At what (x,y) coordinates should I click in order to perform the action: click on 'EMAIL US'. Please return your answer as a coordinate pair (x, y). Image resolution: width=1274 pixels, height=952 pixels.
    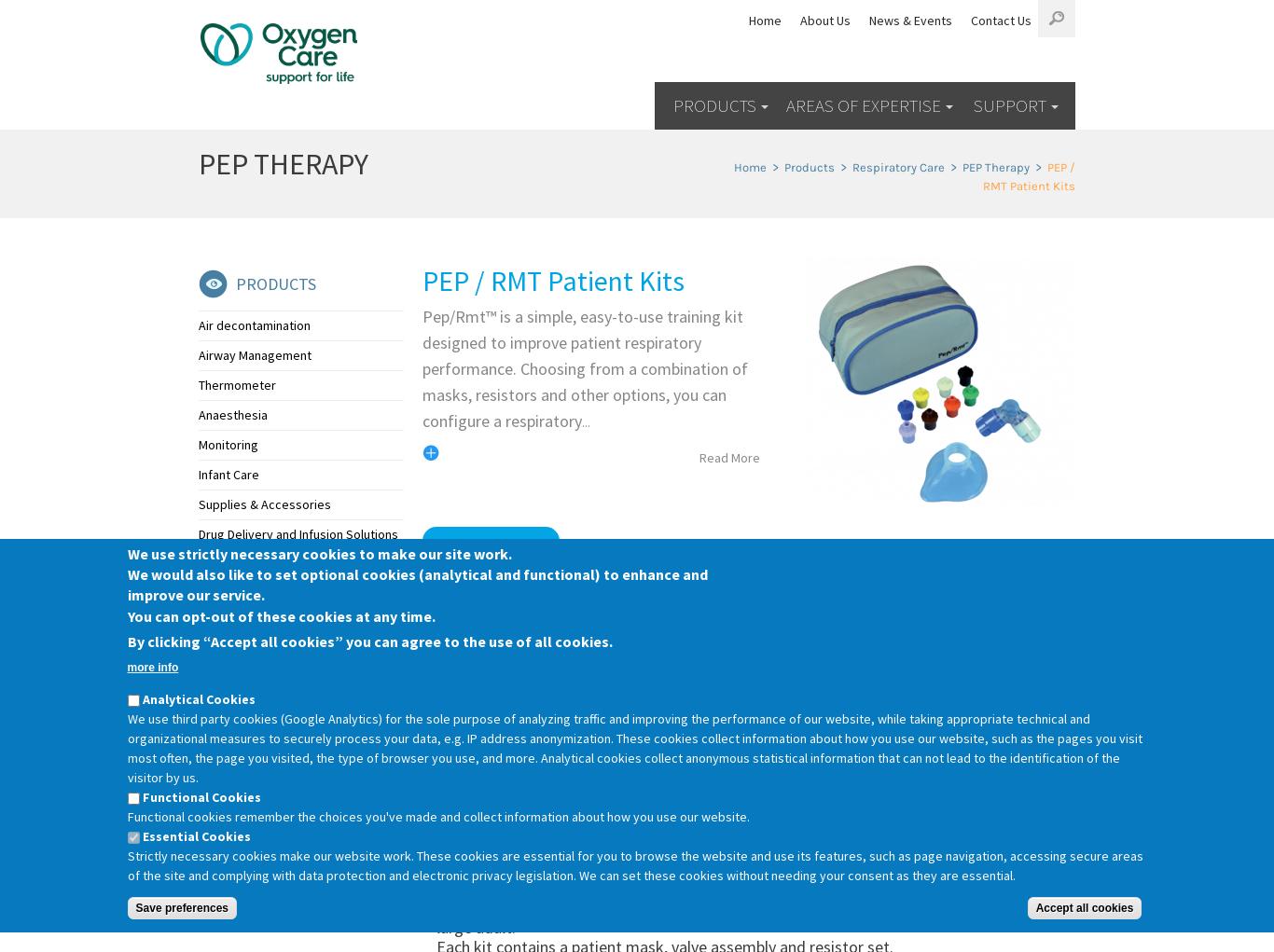
    Looking at the image, I should click on (487, 591).